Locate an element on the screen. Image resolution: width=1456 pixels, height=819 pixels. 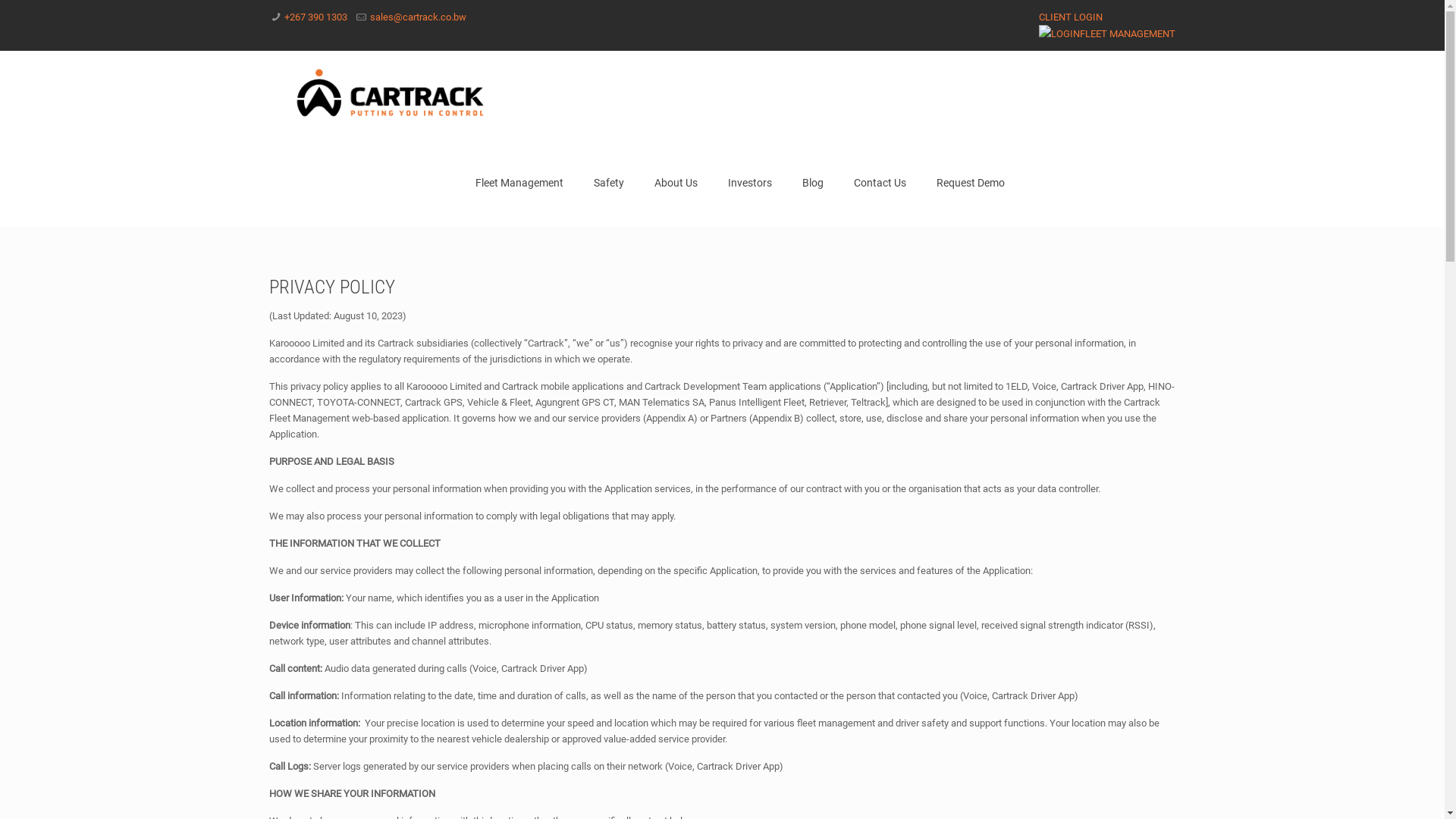
'Blog' is located at coordinates (811, 181).